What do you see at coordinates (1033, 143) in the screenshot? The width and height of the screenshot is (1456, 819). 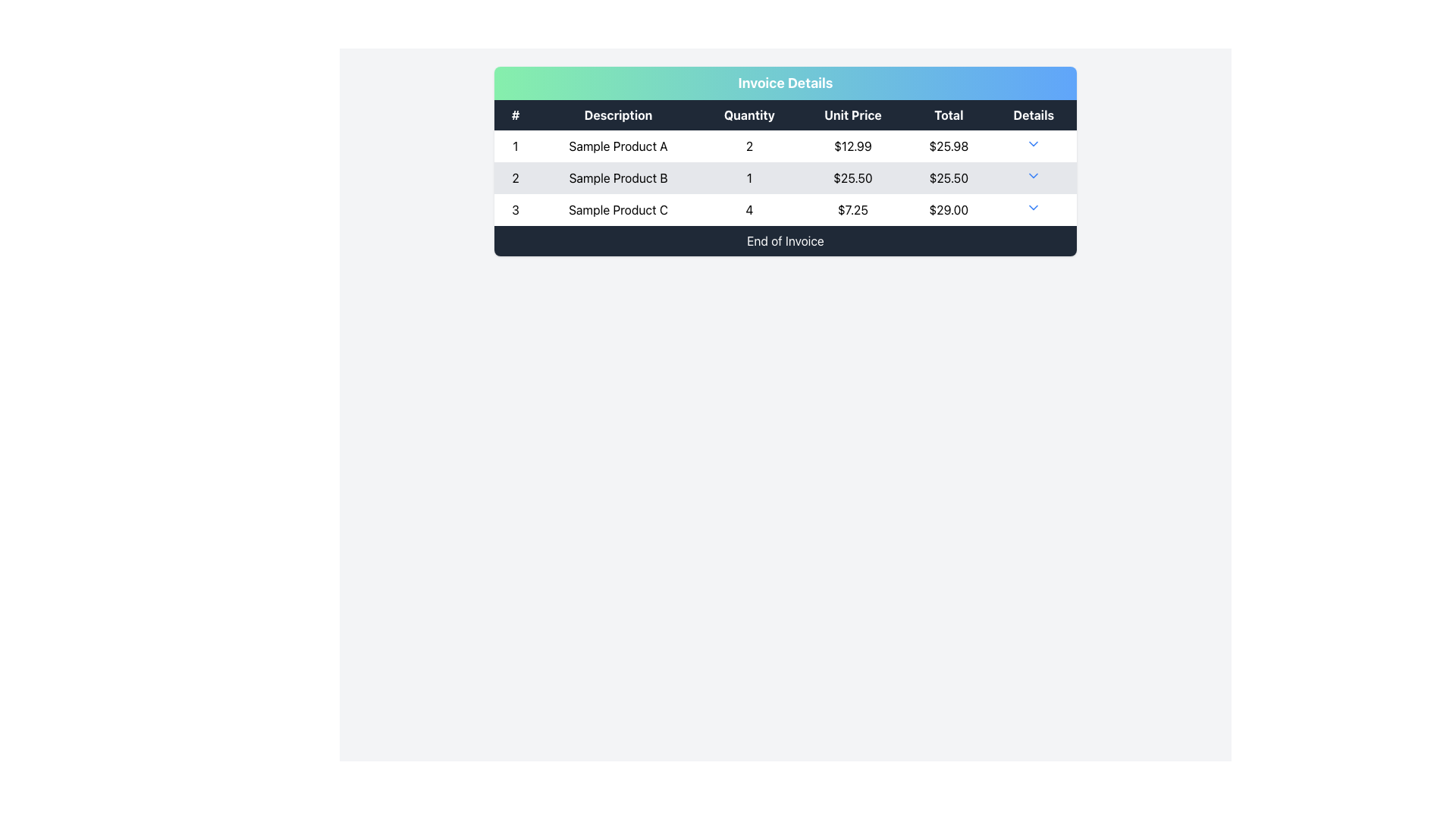 I see `the interactive icon located in the 'Details' column of the first row for 'Sample Product A'` at bounding box center [1033, 143].